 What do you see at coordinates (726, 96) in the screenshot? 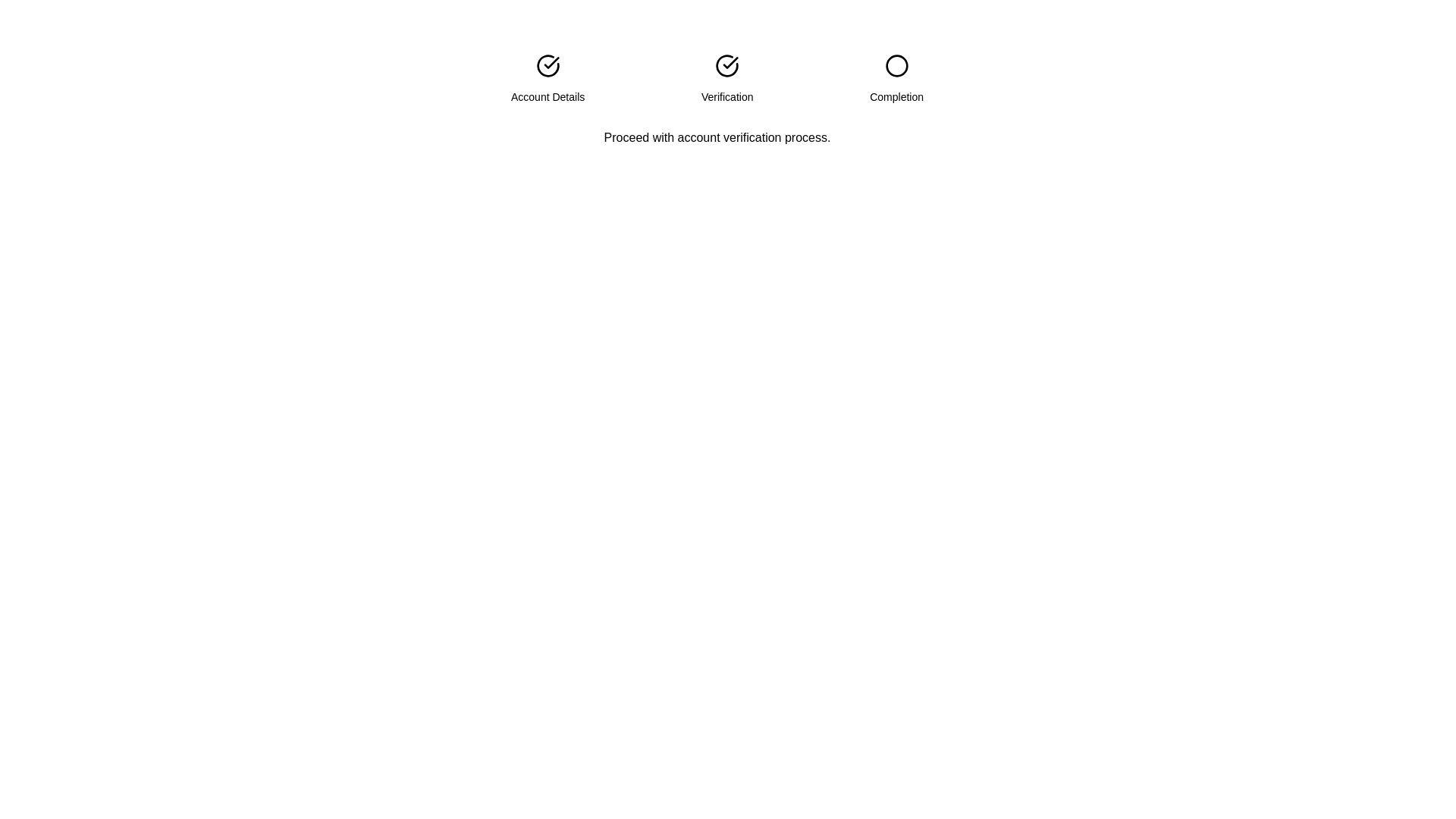
I see `the text label displaying 'Verification', which is centrally positioned among three labels in the progress indicator` at bounding box center [726, 96].